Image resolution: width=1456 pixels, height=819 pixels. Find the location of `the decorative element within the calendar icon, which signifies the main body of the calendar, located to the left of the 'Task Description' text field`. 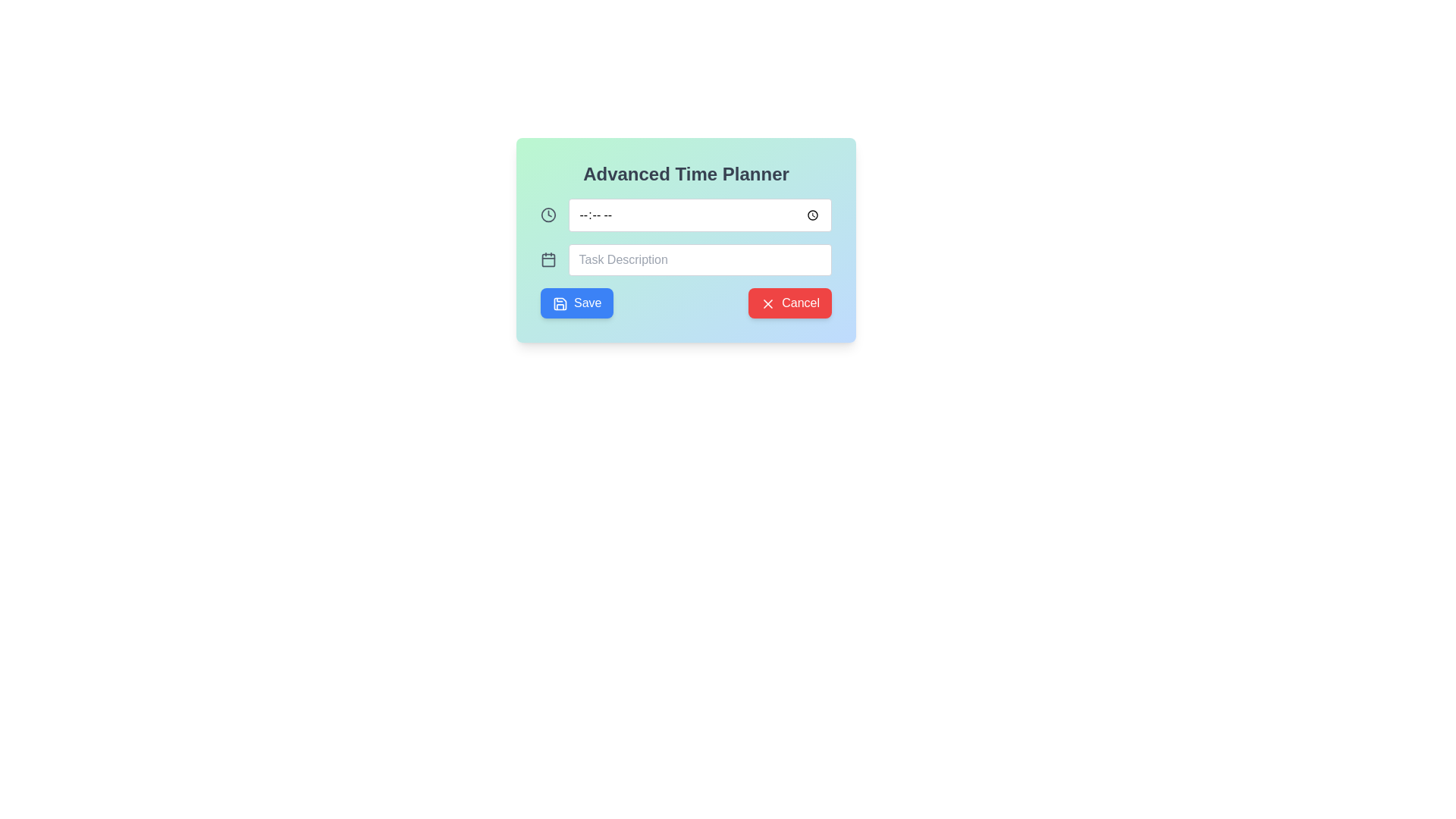

the decorative element within the calendar icon, which signifies the main body of the calendar, located to the left of the 'Task Description' text field is located at coordinates (548, 259).